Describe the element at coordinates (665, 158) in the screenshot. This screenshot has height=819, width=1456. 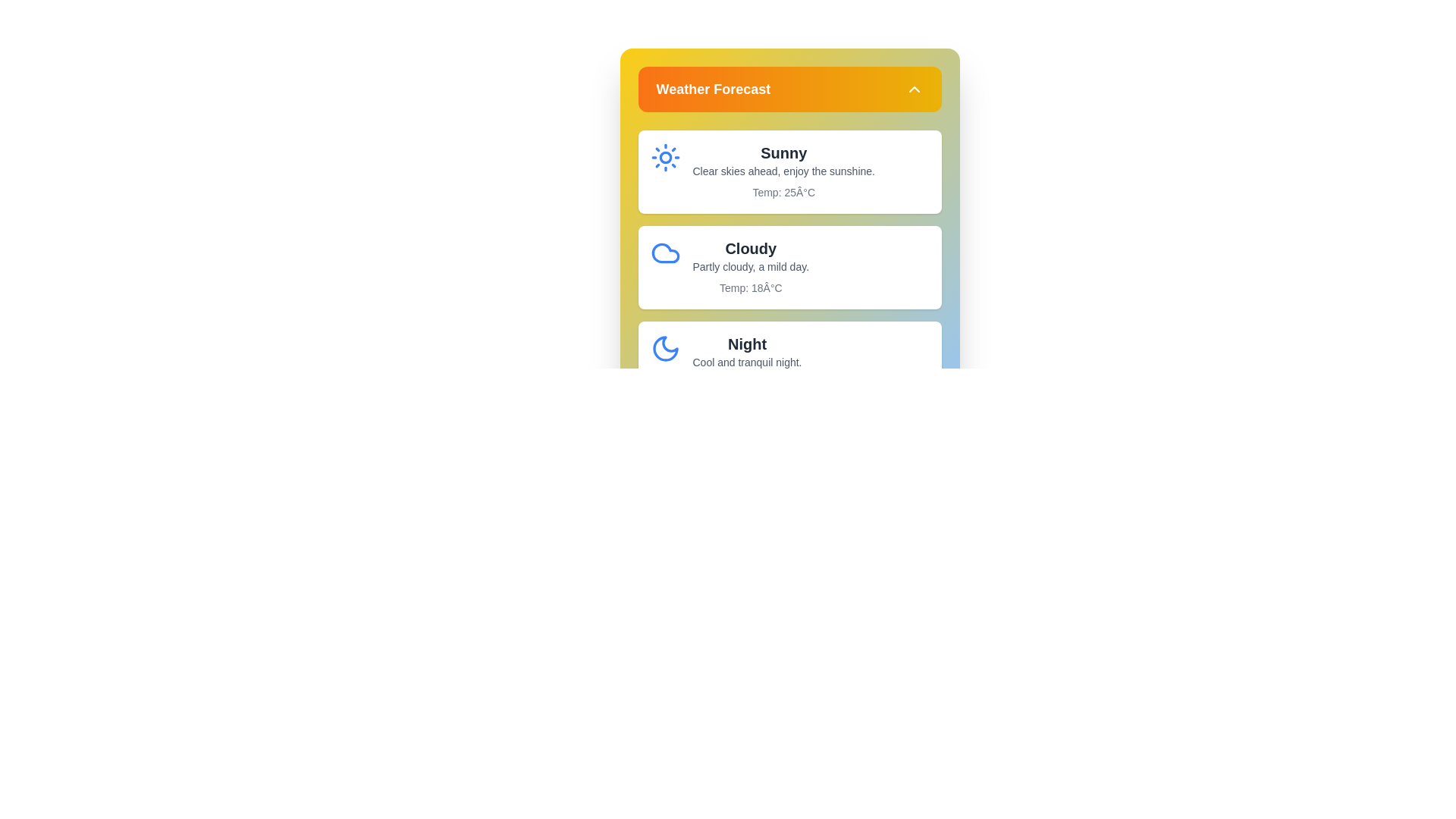
I see `the weather icon or detail for Sunny` at that location.